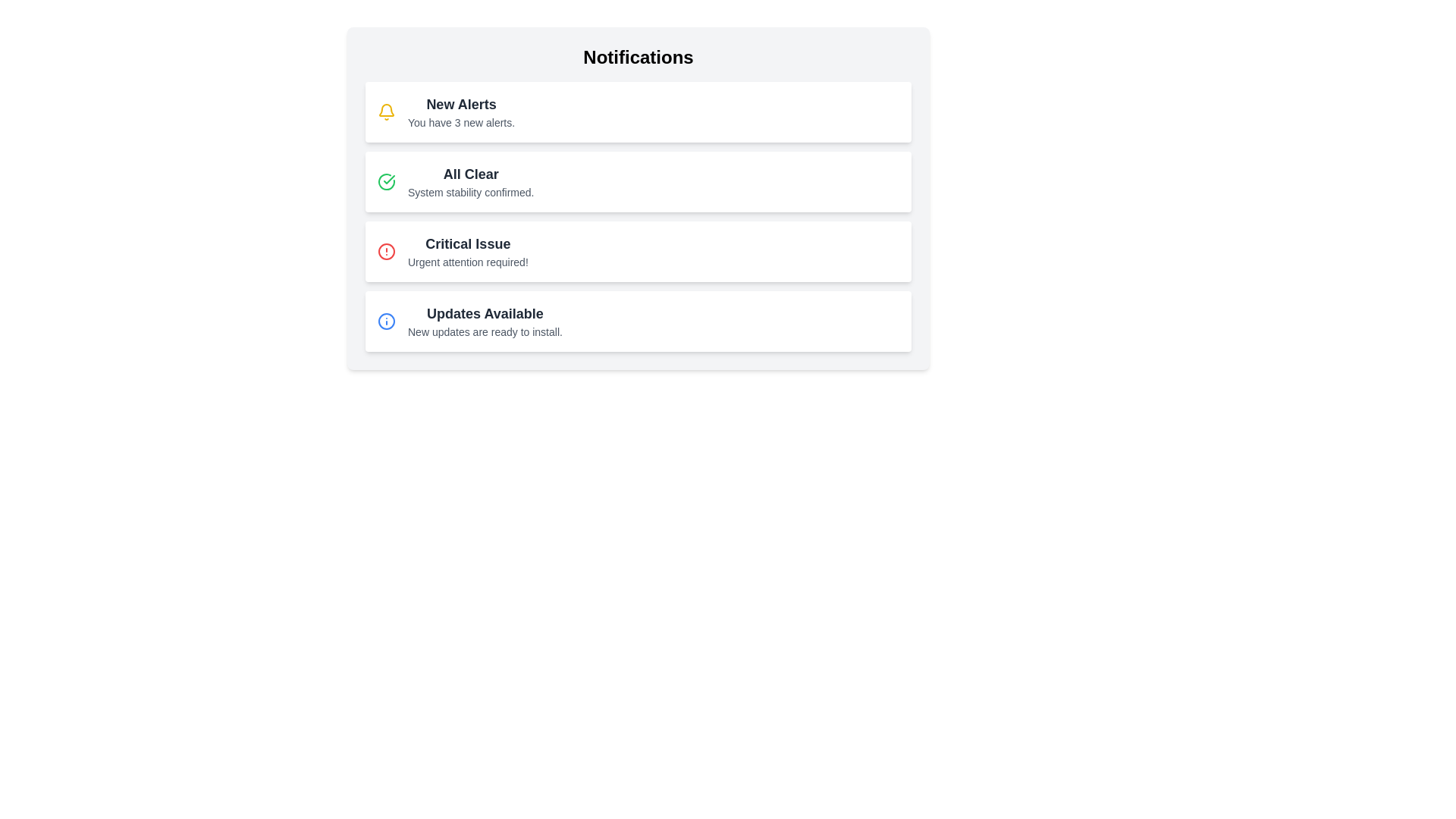  Describe the element at coordinates (460, 111) in the screenshot. I see `the 'New Alerts' notification element that displays the title in bold and a secondary line of text indicating the number of new alerts` at that location.